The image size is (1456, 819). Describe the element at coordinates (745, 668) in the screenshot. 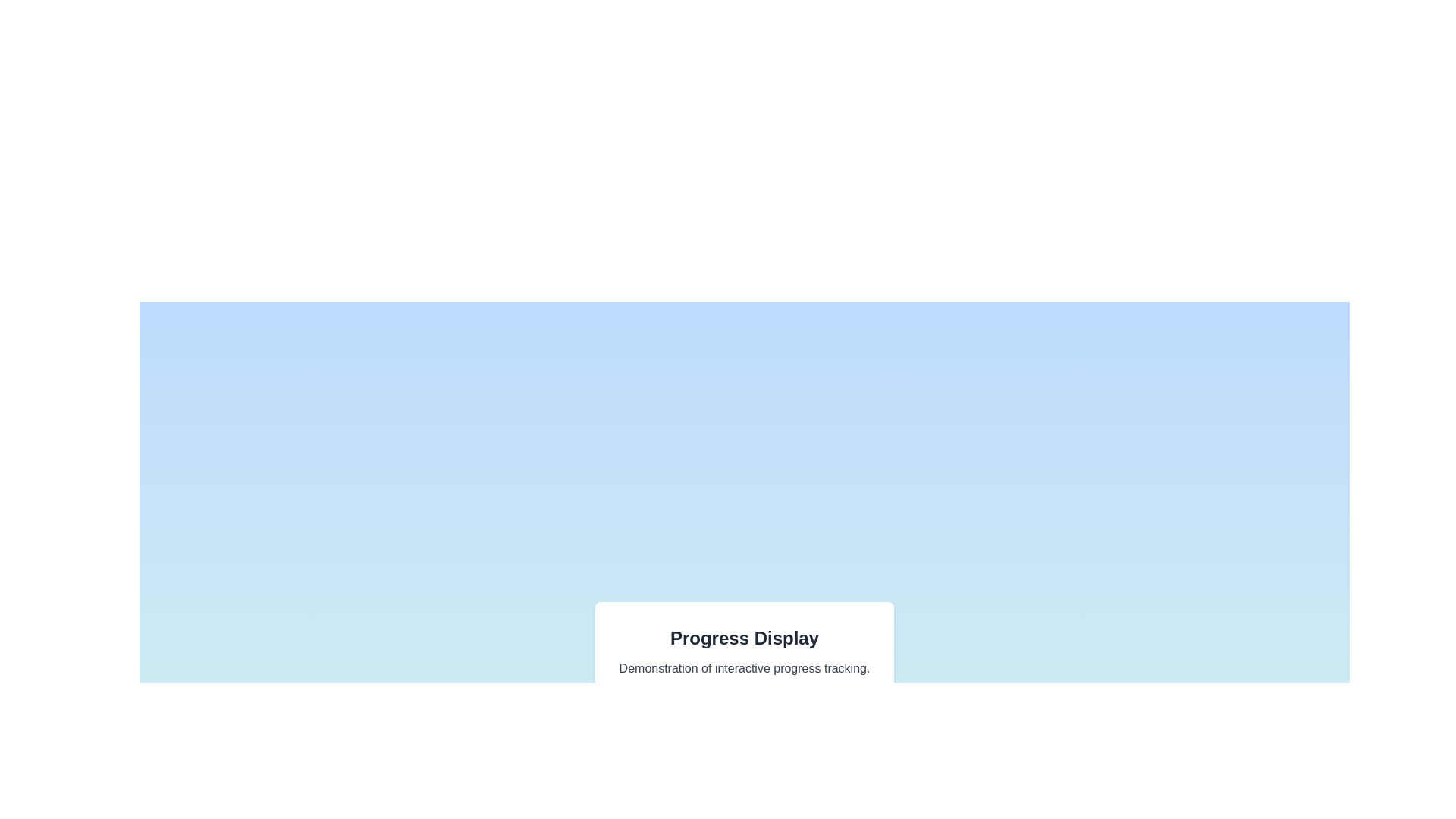

I see `text content of the Text Label displaying 'Demonstration of interactive progress tracking.', which is styled in gray and positioned below the header 'Progress Display'` at that location.